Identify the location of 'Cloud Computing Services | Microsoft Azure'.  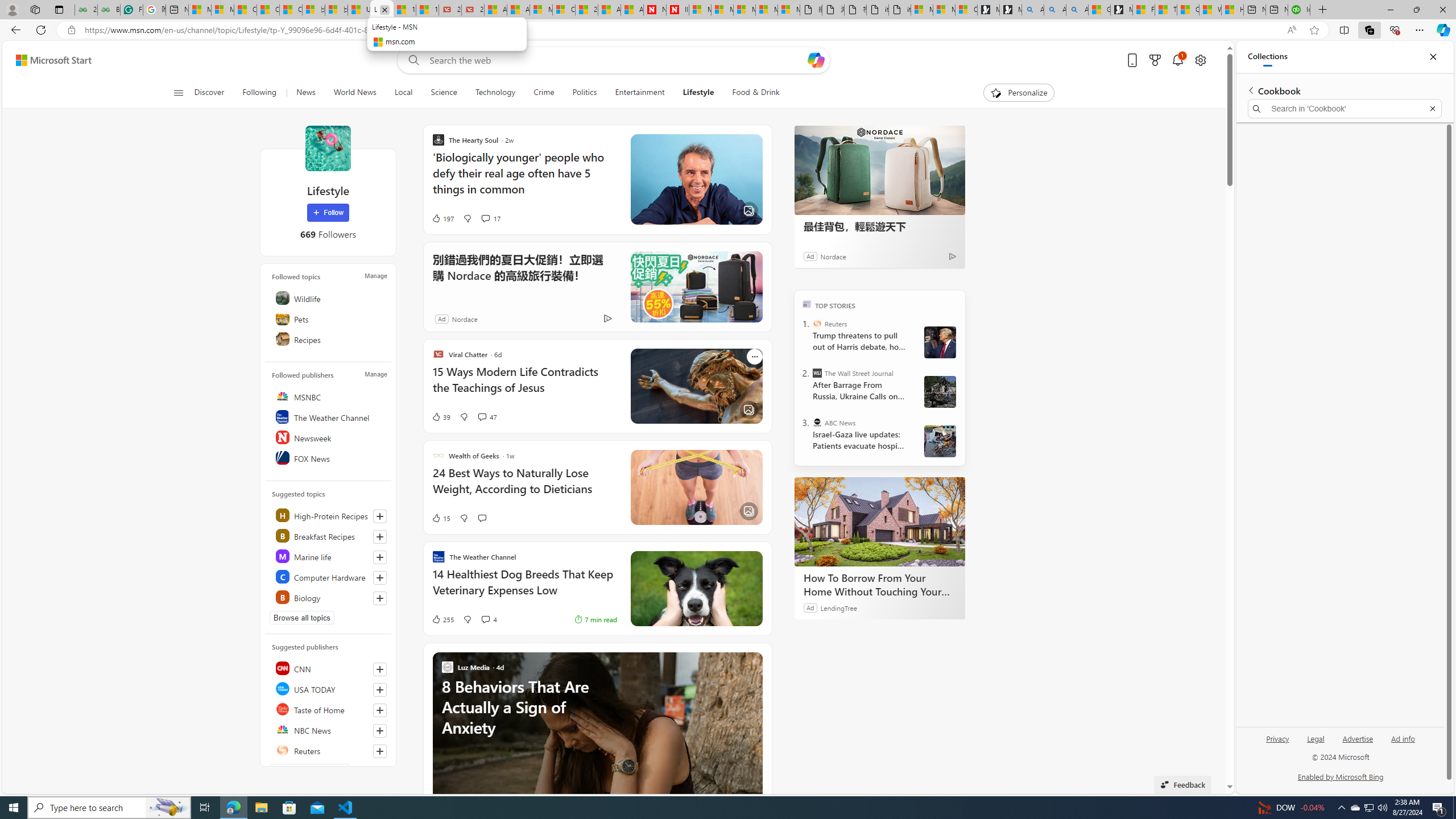
(563, 9).